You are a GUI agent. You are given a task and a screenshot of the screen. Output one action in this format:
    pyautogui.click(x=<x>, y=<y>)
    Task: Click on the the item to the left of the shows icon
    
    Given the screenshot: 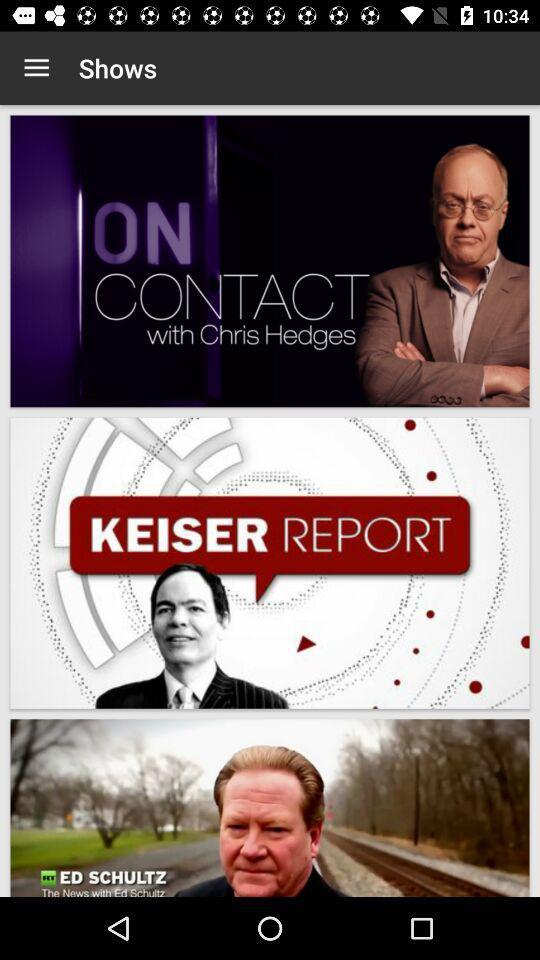 What is the action you would take?
    pyautogui.click(x=36, y=68)
    